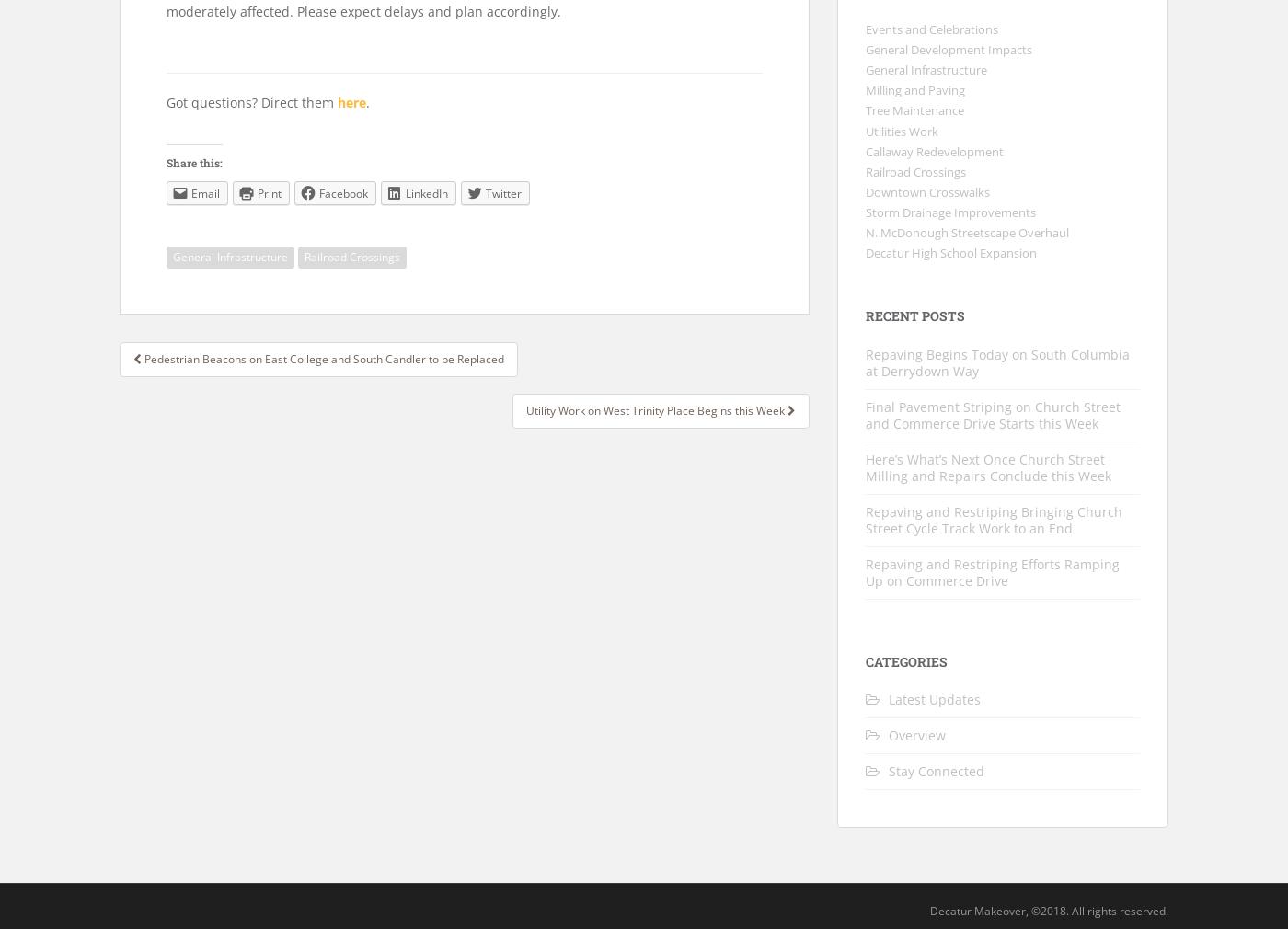 This screenshot has width=1288, height=929. What do you see at coordinates (916, 735) in the screenshot?
I see `'Overview'` at bounding box center [916, 735].